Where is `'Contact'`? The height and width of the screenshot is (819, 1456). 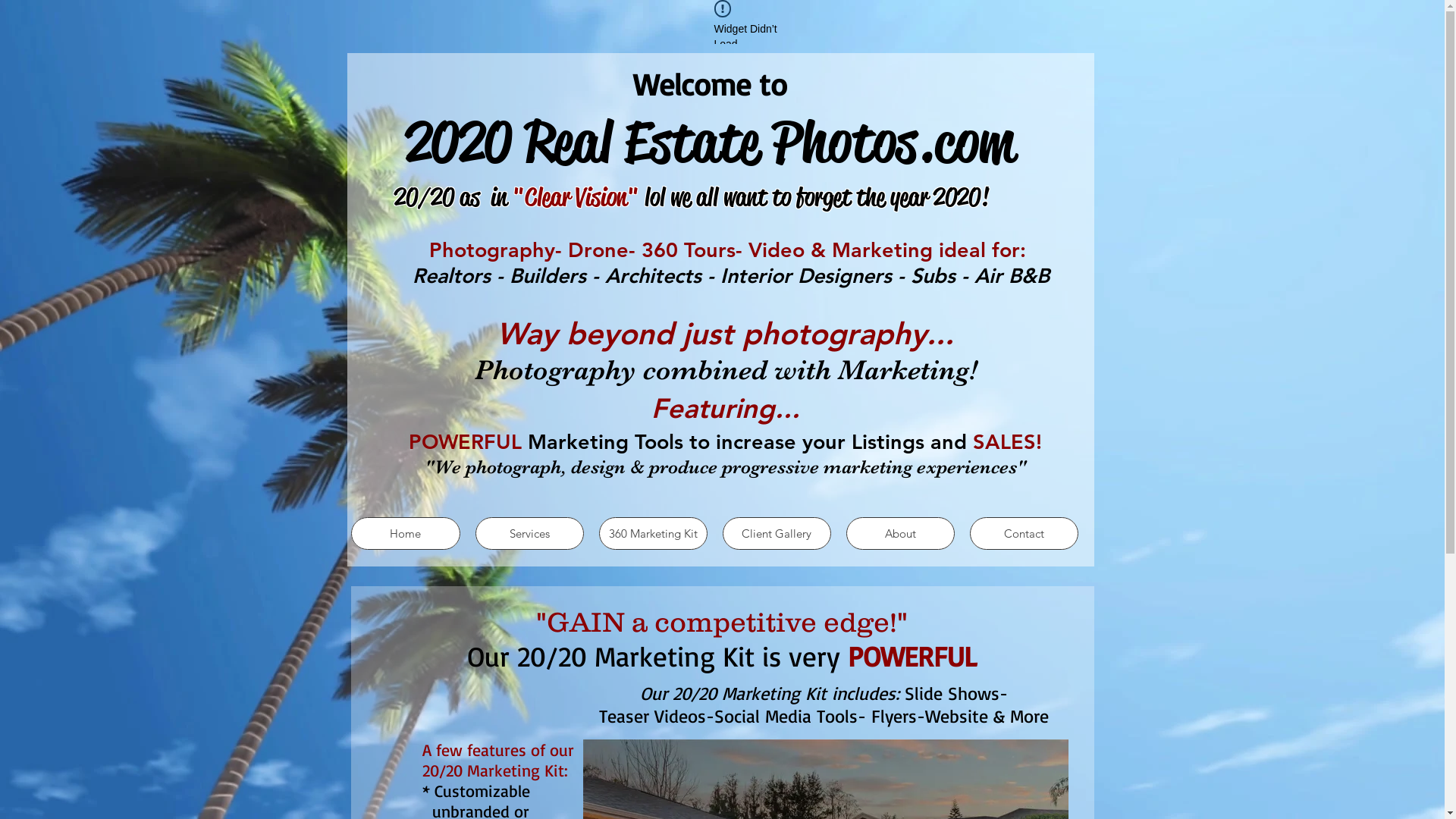 'Contact' is located at coordinates (1023, 532).